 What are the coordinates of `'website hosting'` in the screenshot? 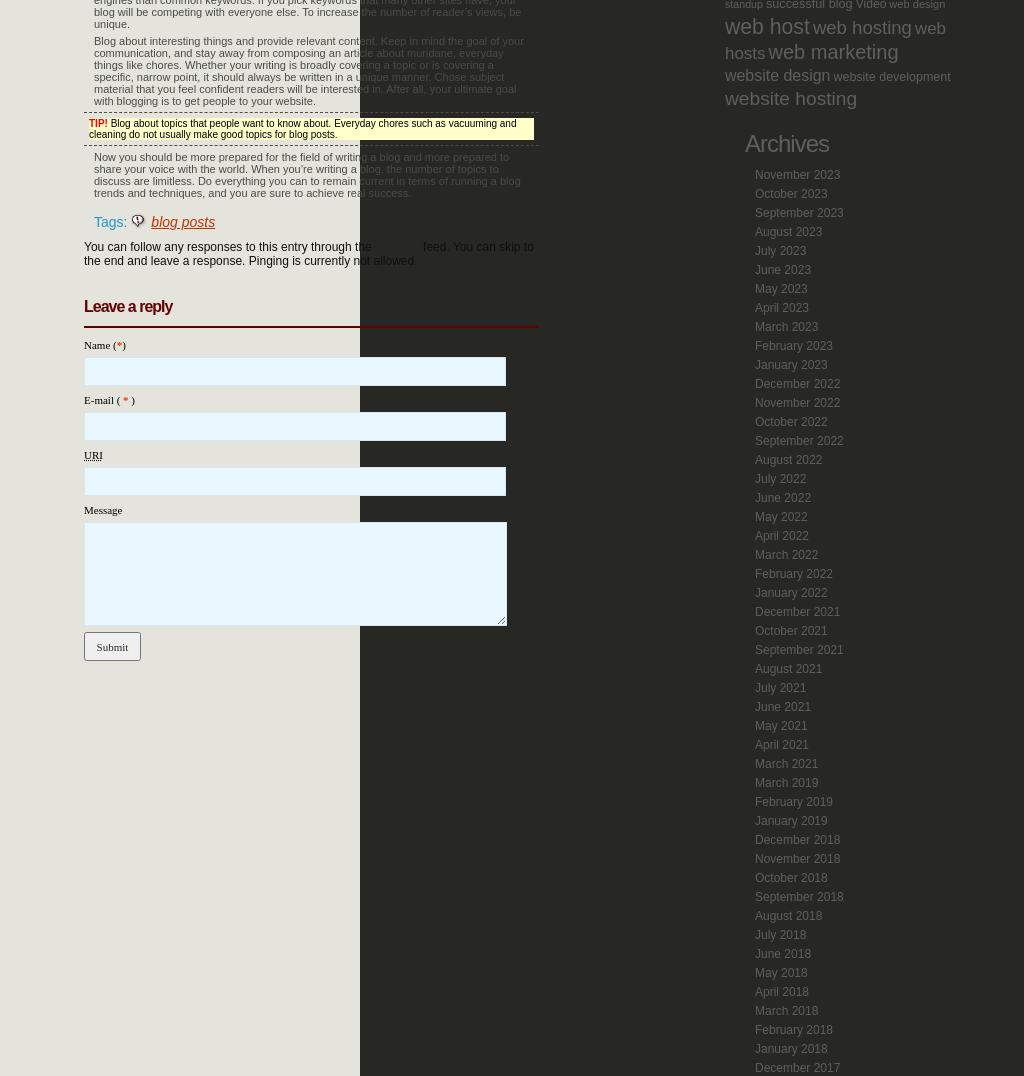 It's located at (791, 97).